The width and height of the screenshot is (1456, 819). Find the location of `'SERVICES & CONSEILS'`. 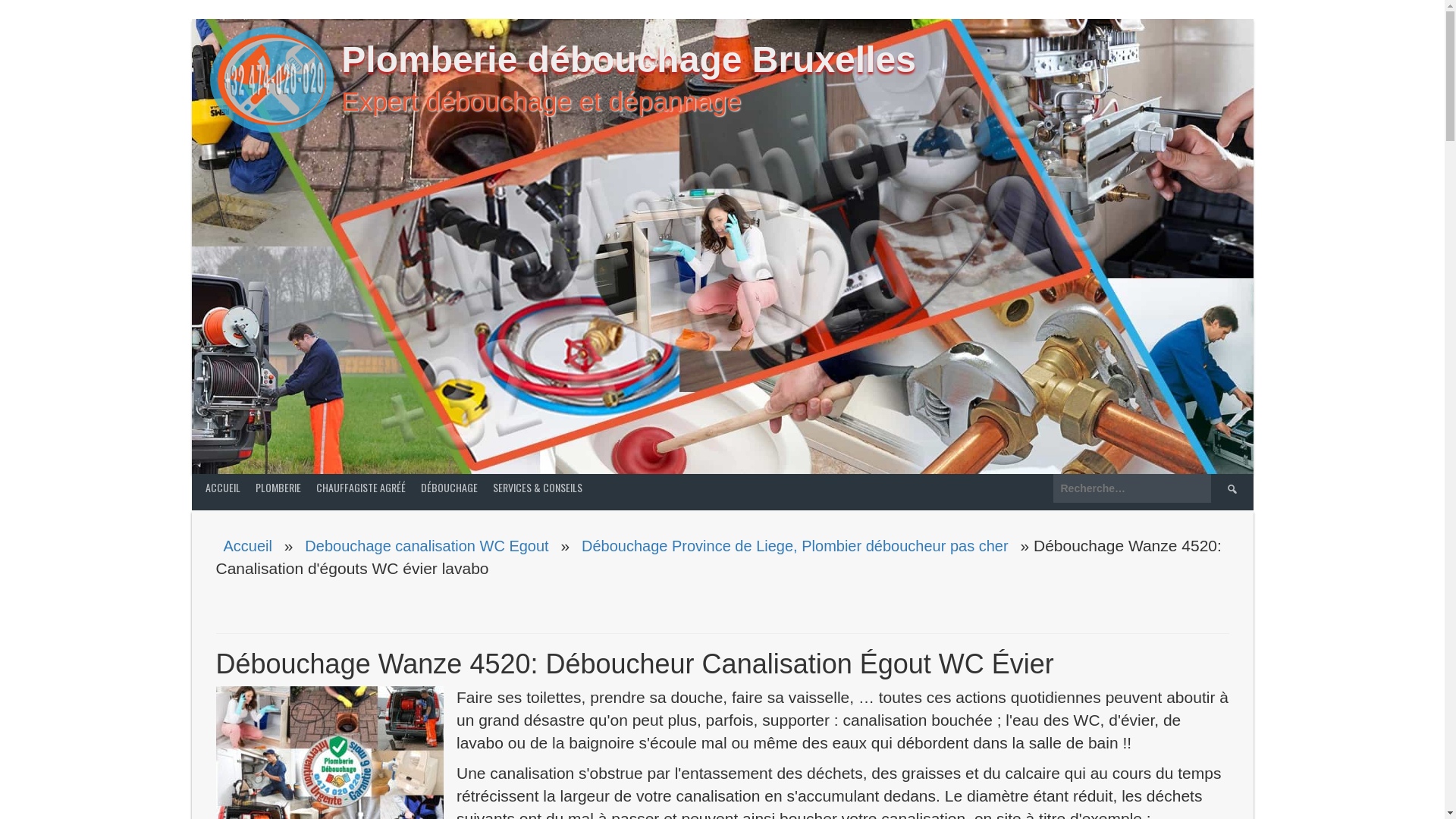

'SERVICES & CONSEILS' is located at coordinates (538, 488).